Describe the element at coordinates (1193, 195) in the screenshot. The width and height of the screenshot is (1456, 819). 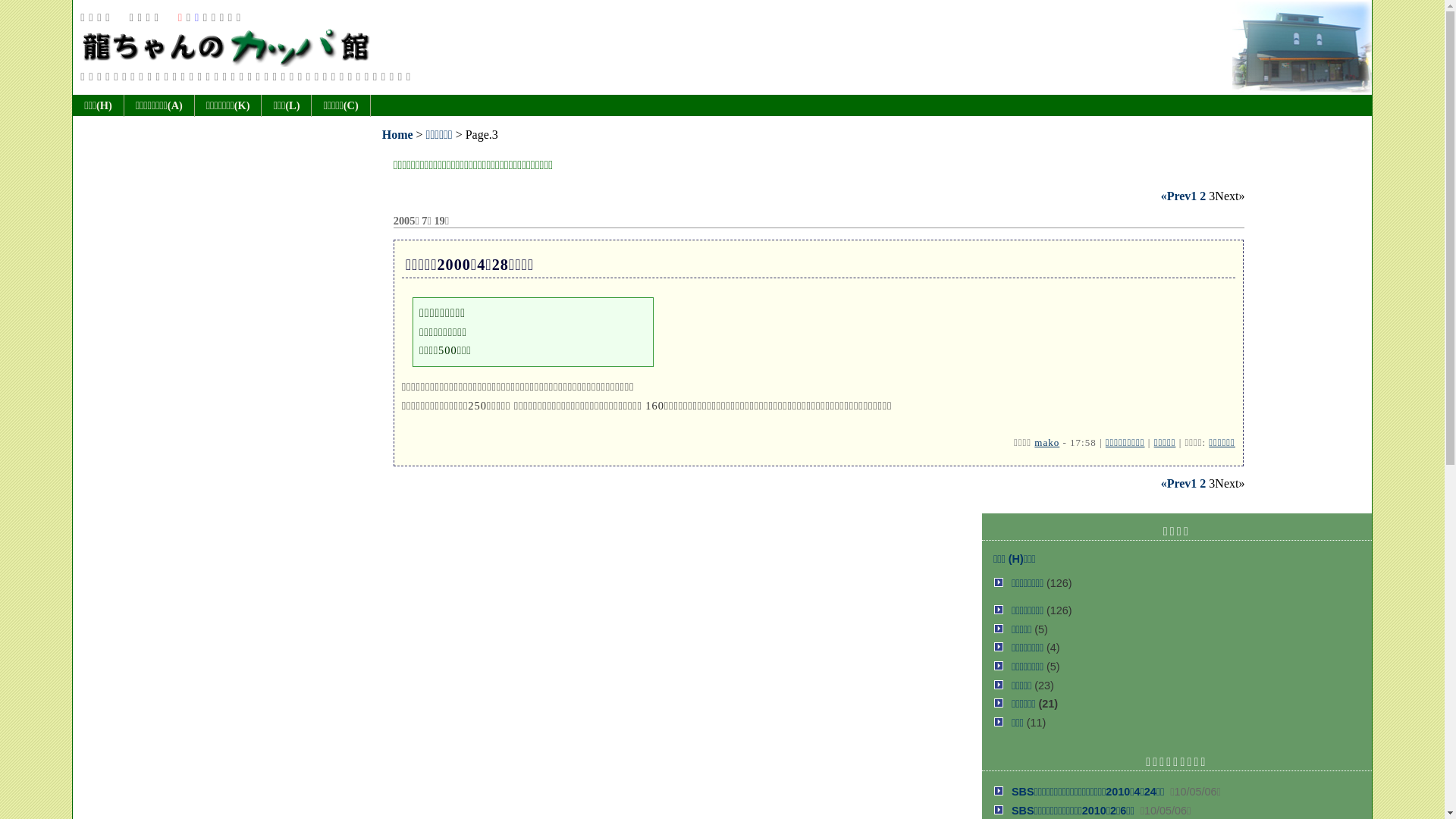
I see `'1'` at that location.